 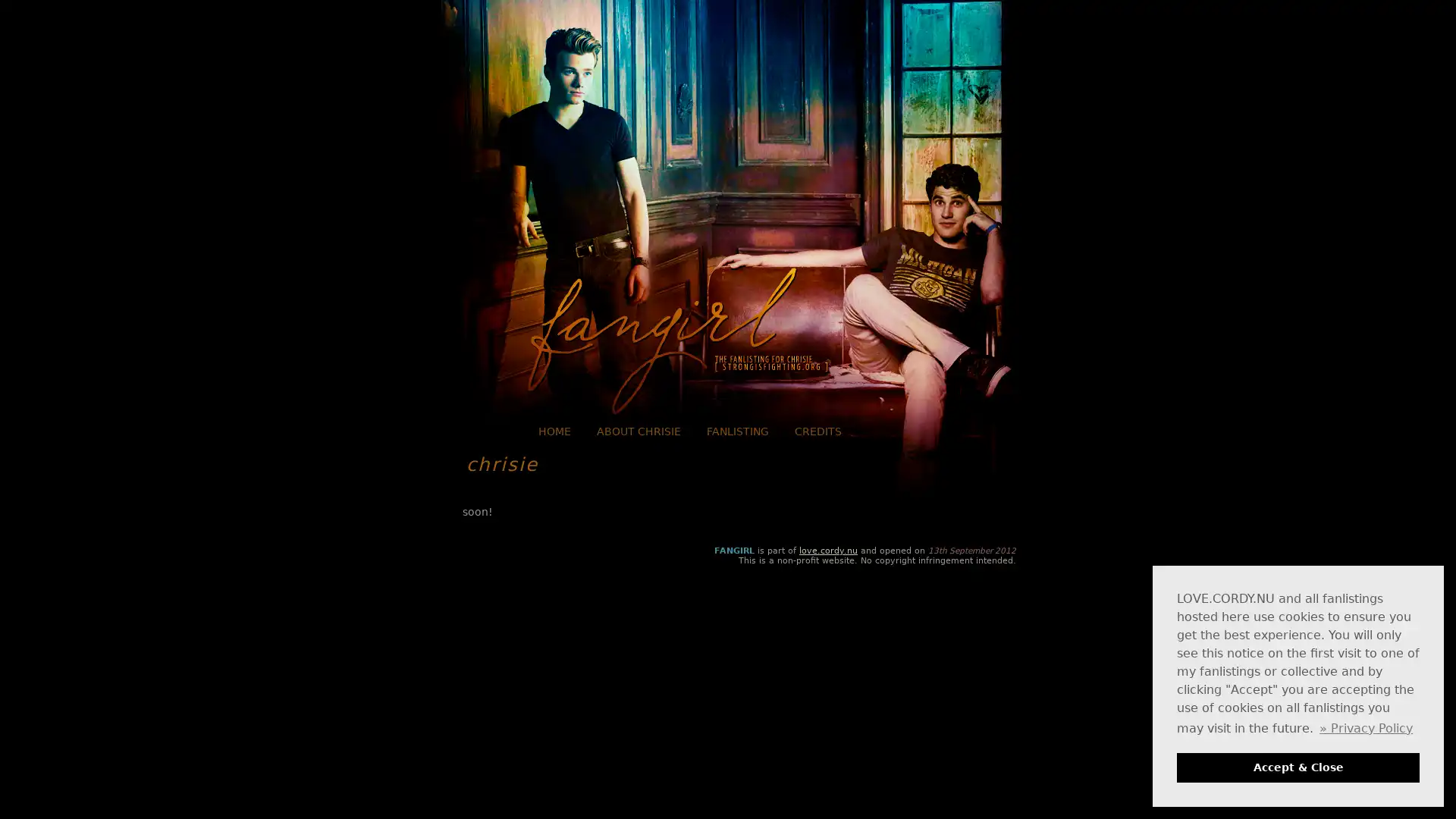 I want to click on dismiss cookie message, so click(x=1298, y=767).